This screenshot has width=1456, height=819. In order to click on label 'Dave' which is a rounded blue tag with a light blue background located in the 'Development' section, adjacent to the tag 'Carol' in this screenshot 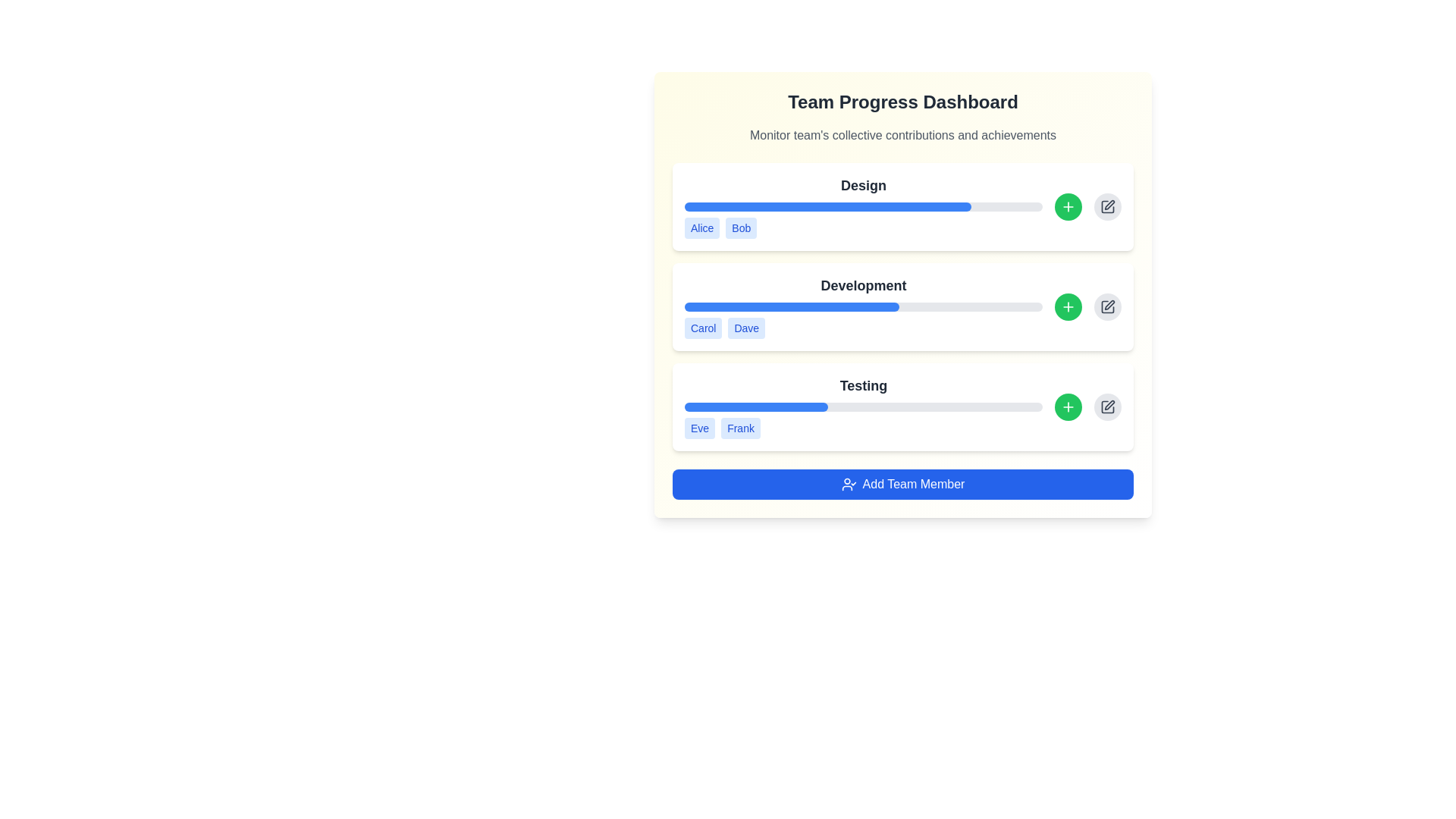, I will do `click(746, 327)`.